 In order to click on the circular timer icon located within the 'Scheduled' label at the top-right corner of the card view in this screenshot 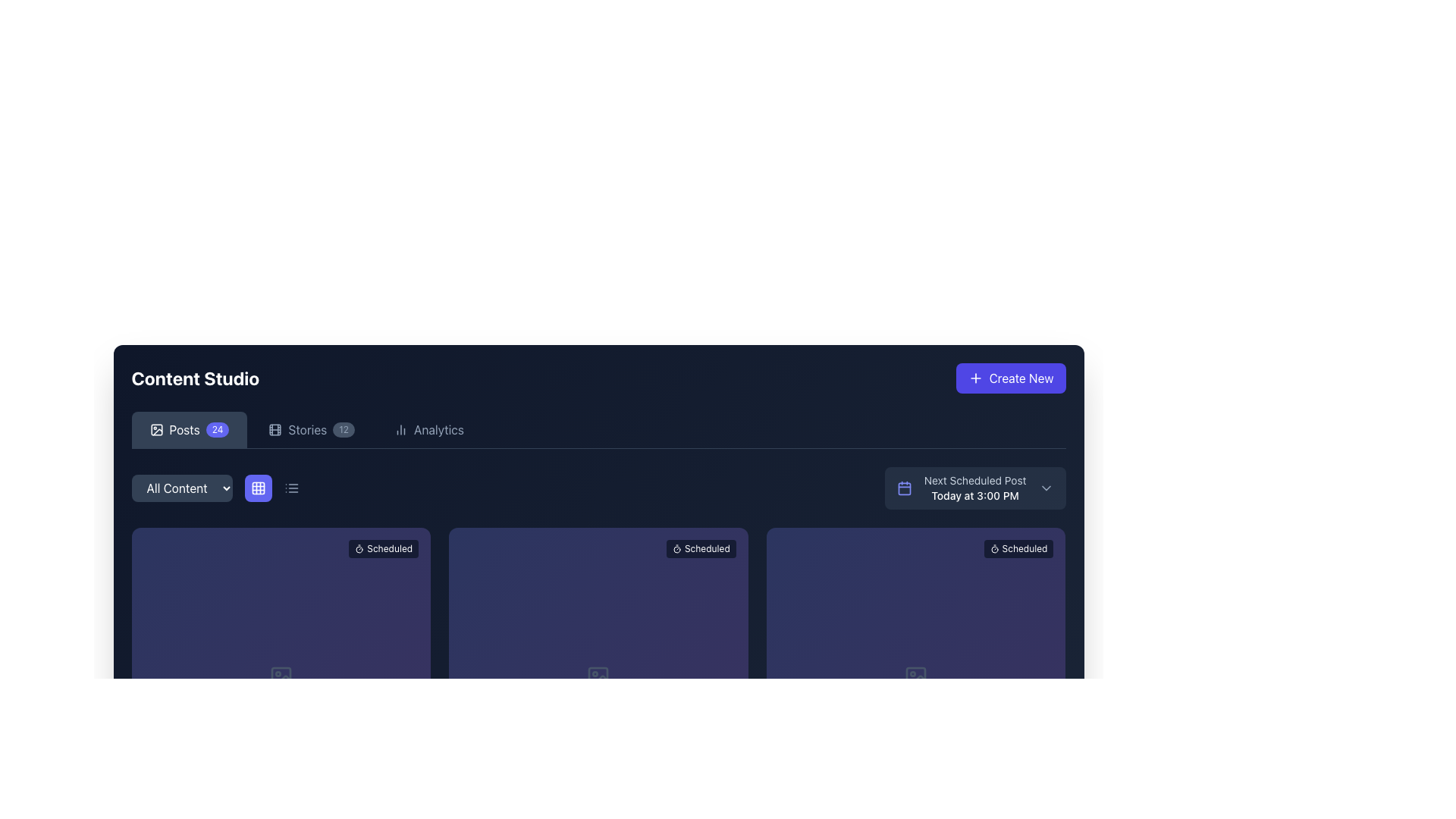, I will do `click(676, 549)`.